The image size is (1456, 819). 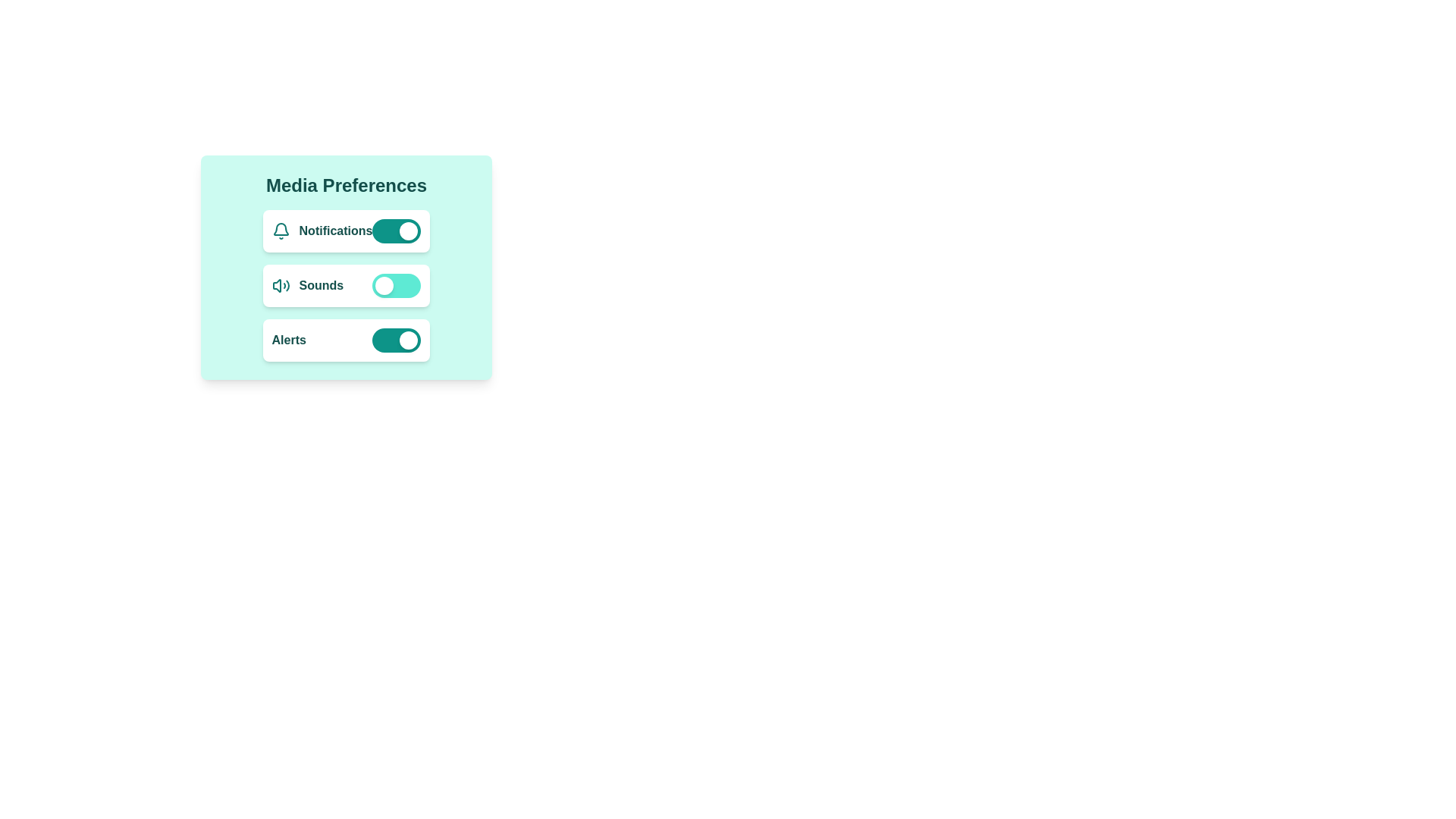 What do you see at coordinates (397, 231) in the screenshot?
I see `the toggle switch for notifications located on the right side of the 'Notifications' row within the 'Media Preferences' settings panel` at bounding box center [397, 231].